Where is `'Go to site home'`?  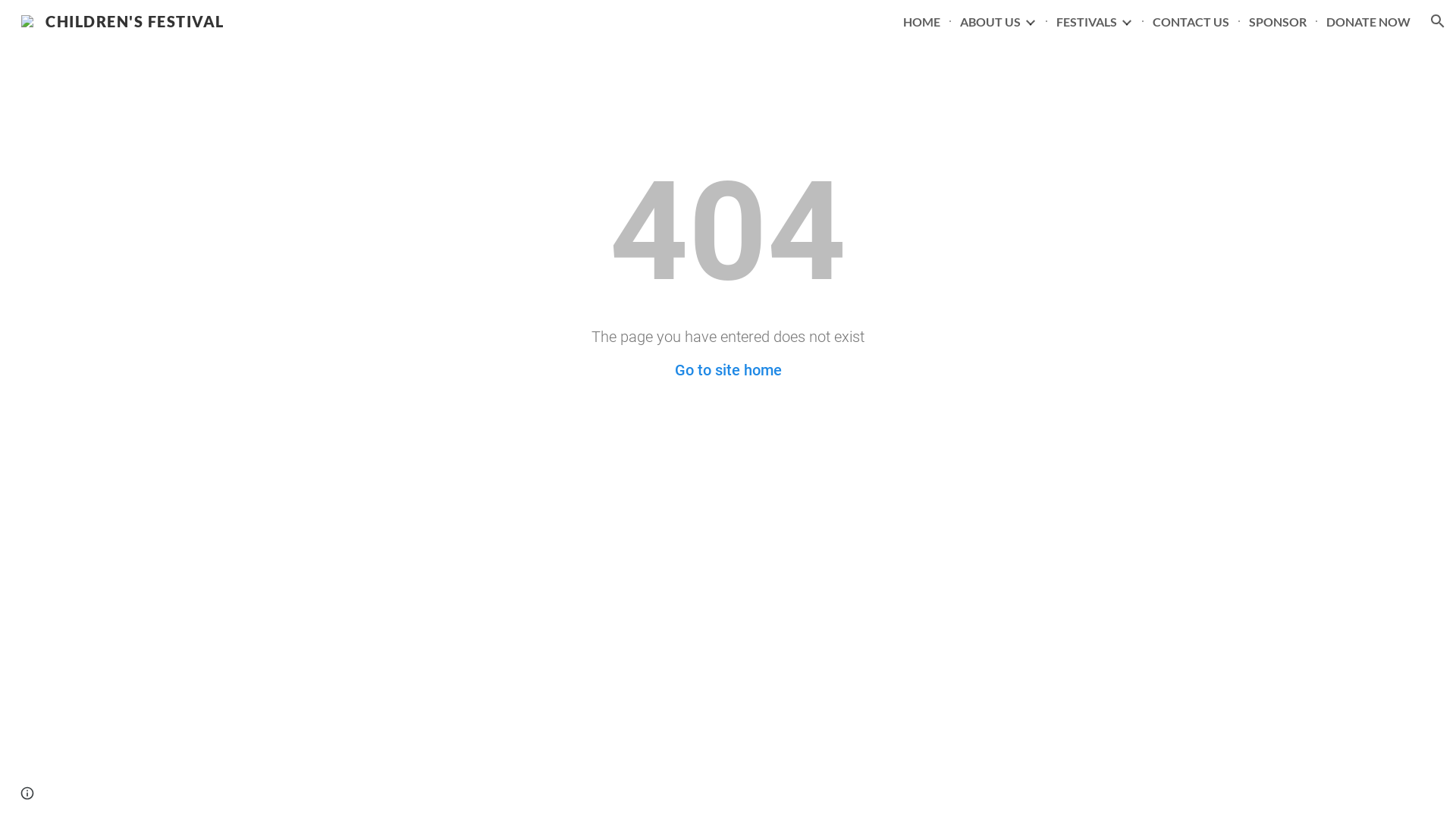
'Go to site home' is located at coordinates (728, 370).